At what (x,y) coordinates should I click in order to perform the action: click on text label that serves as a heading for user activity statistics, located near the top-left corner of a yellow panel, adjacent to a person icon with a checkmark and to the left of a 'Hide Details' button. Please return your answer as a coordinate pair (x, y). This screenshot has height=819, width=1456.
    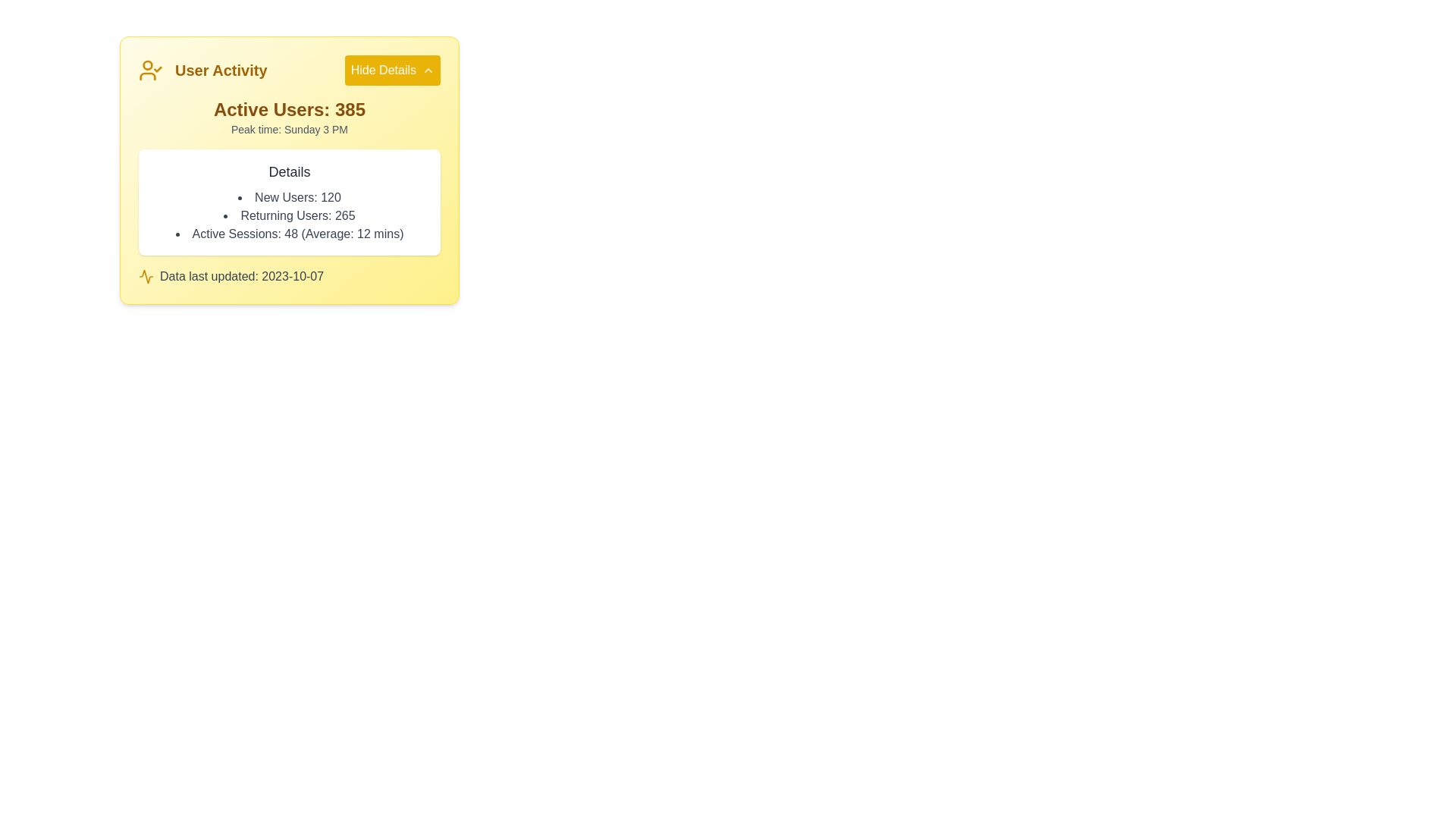
    Looking at the image, I should click on (220, 70).